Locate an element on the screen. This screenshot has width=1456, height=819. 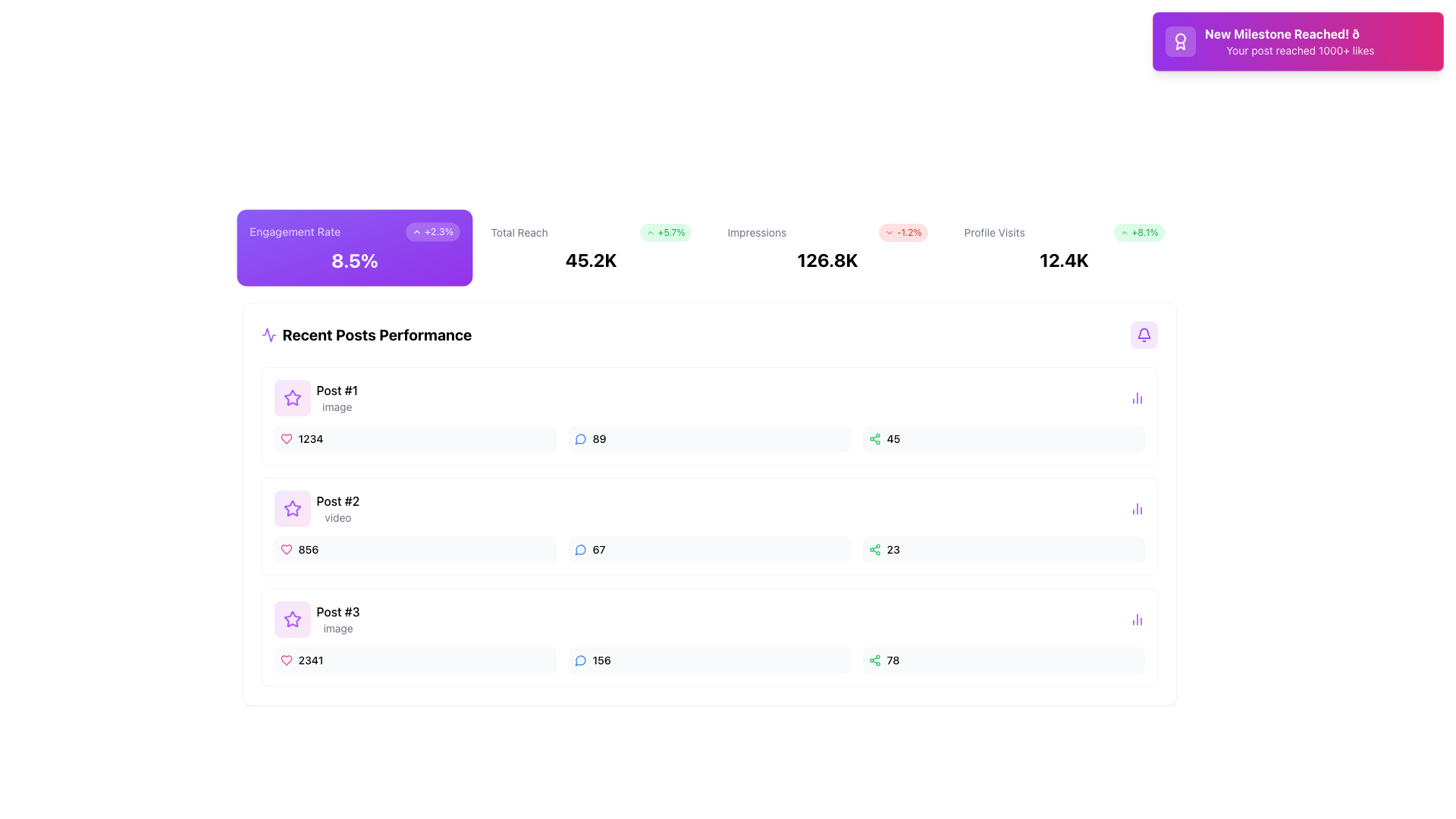
the heart-shaped icon with a pink outline located to the left of the text '1234' in the 'Recent Posts Performance' section is located at coordinates (286, 438).